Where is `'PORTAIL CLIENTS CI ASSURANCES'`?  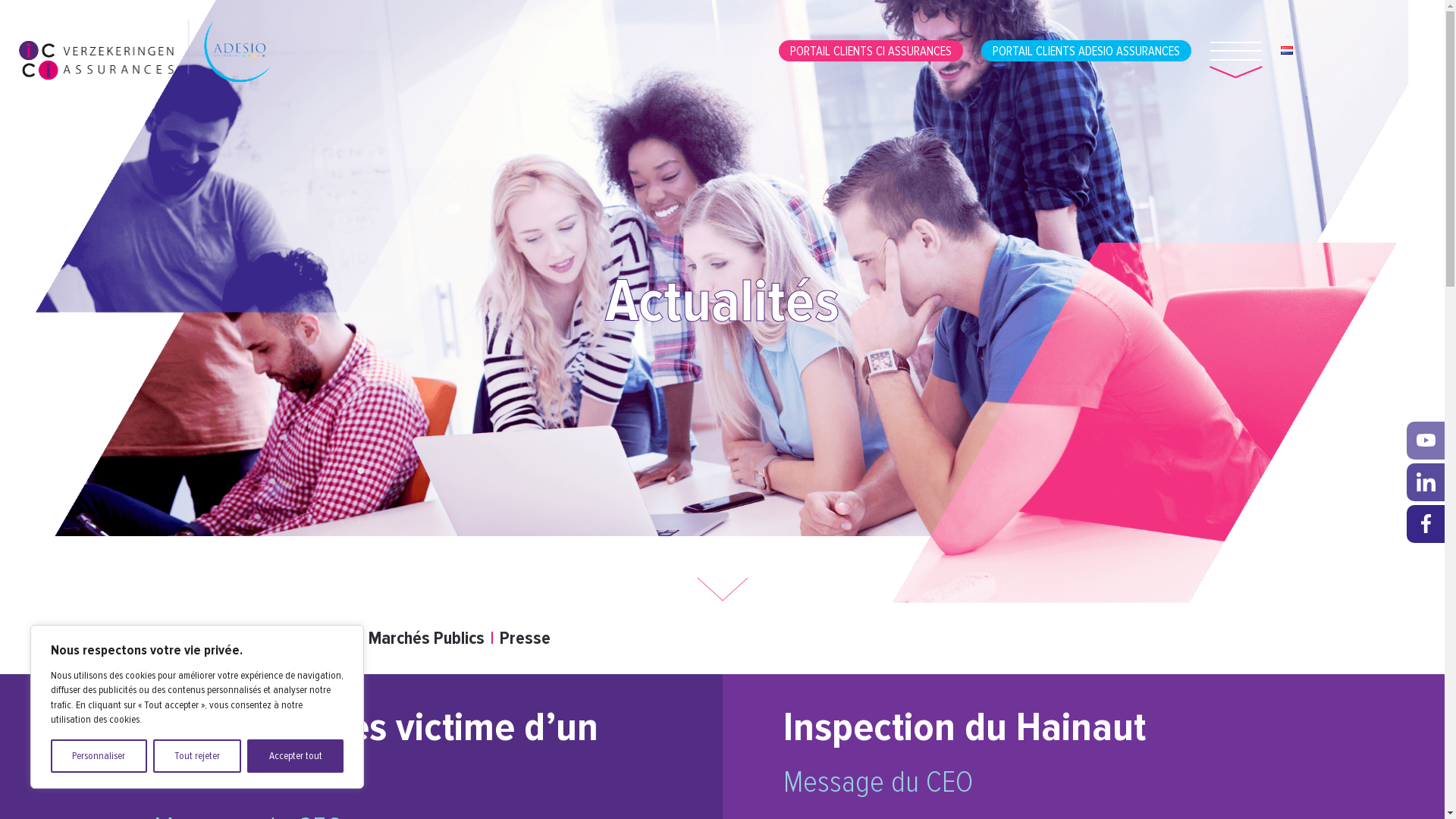
'PORTAIL CLIENTS CI ASSURANCES' is located at coordinates (779, 50).